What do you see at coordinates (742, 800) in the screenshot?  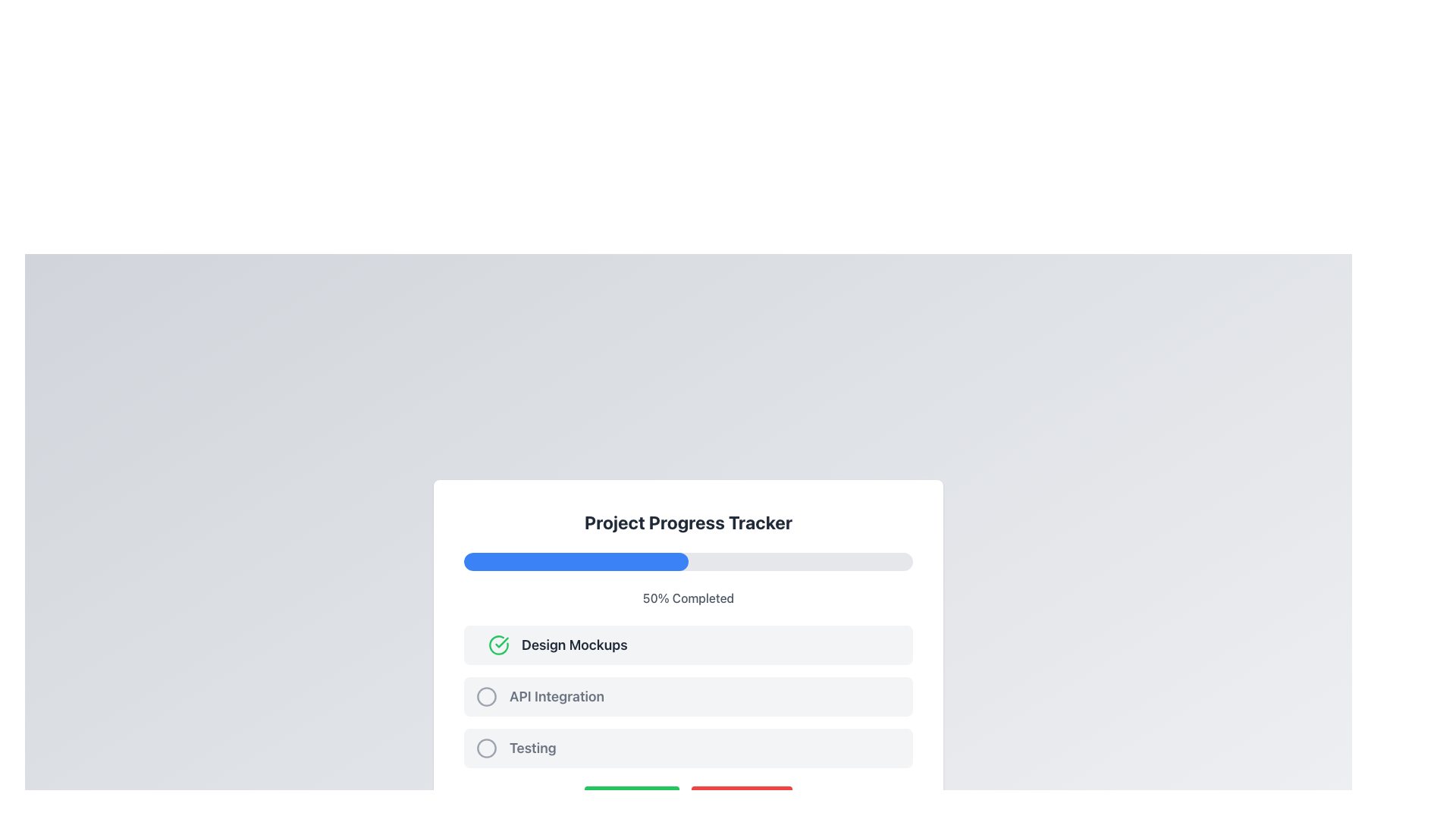 I see `the 'Decrease' button located at the bottom right of the interface, adjacent to the 'Increase' button` at bounding box center [742, 800].